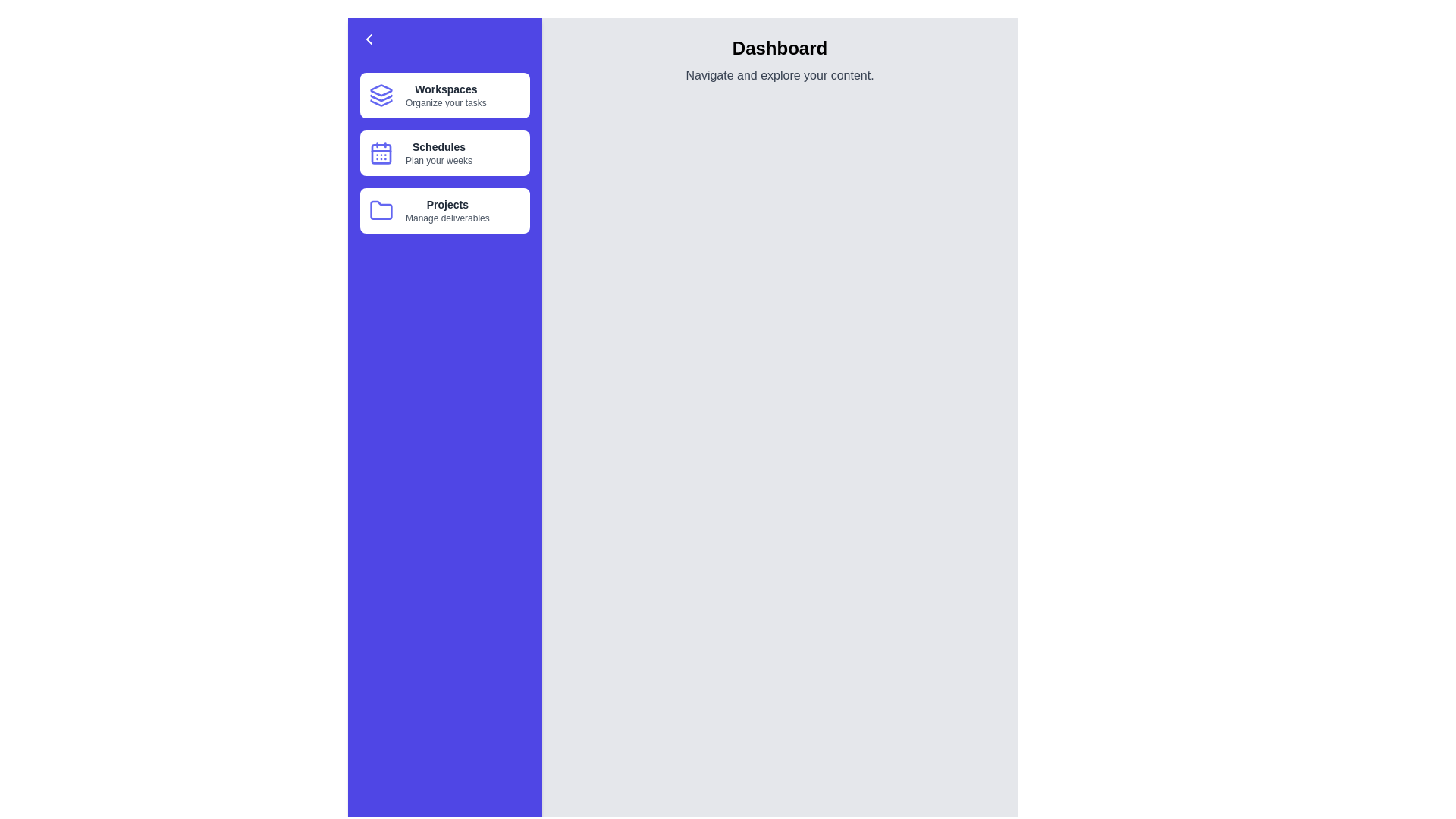 The width and height of the screenshot is (1456, 819). I want to click on the menu item Projects from the navigation drawer, so click(444, 210).